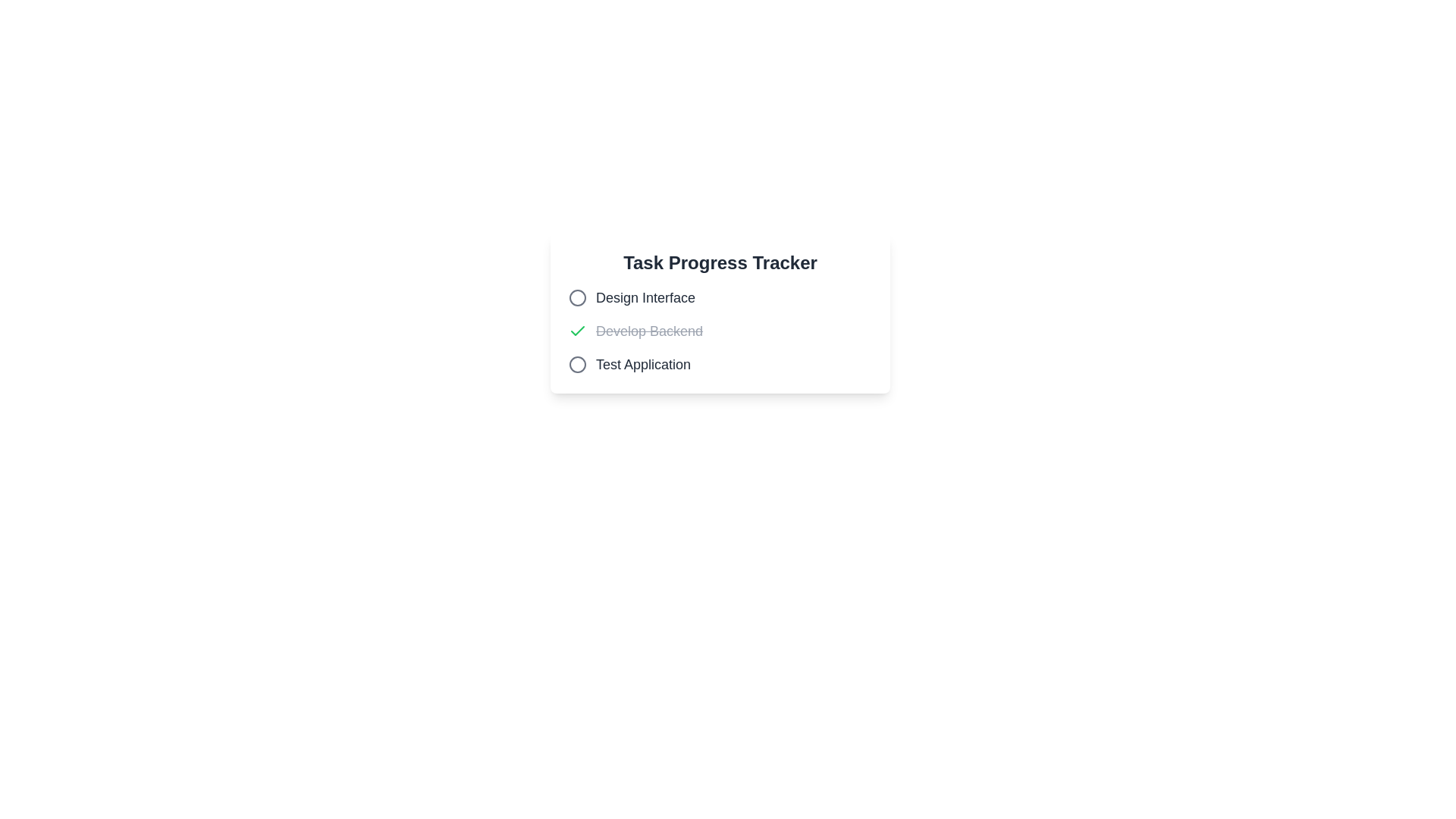 The height and width of the screenshot is (819, 1456). Describe the element at coordinates (577, 298) in the screenshot. I see `the circular SVG icon with a gray stroke located on the top-left side of the 'Design Interface' text in the 'Task Progress Tracker' card` at that location.